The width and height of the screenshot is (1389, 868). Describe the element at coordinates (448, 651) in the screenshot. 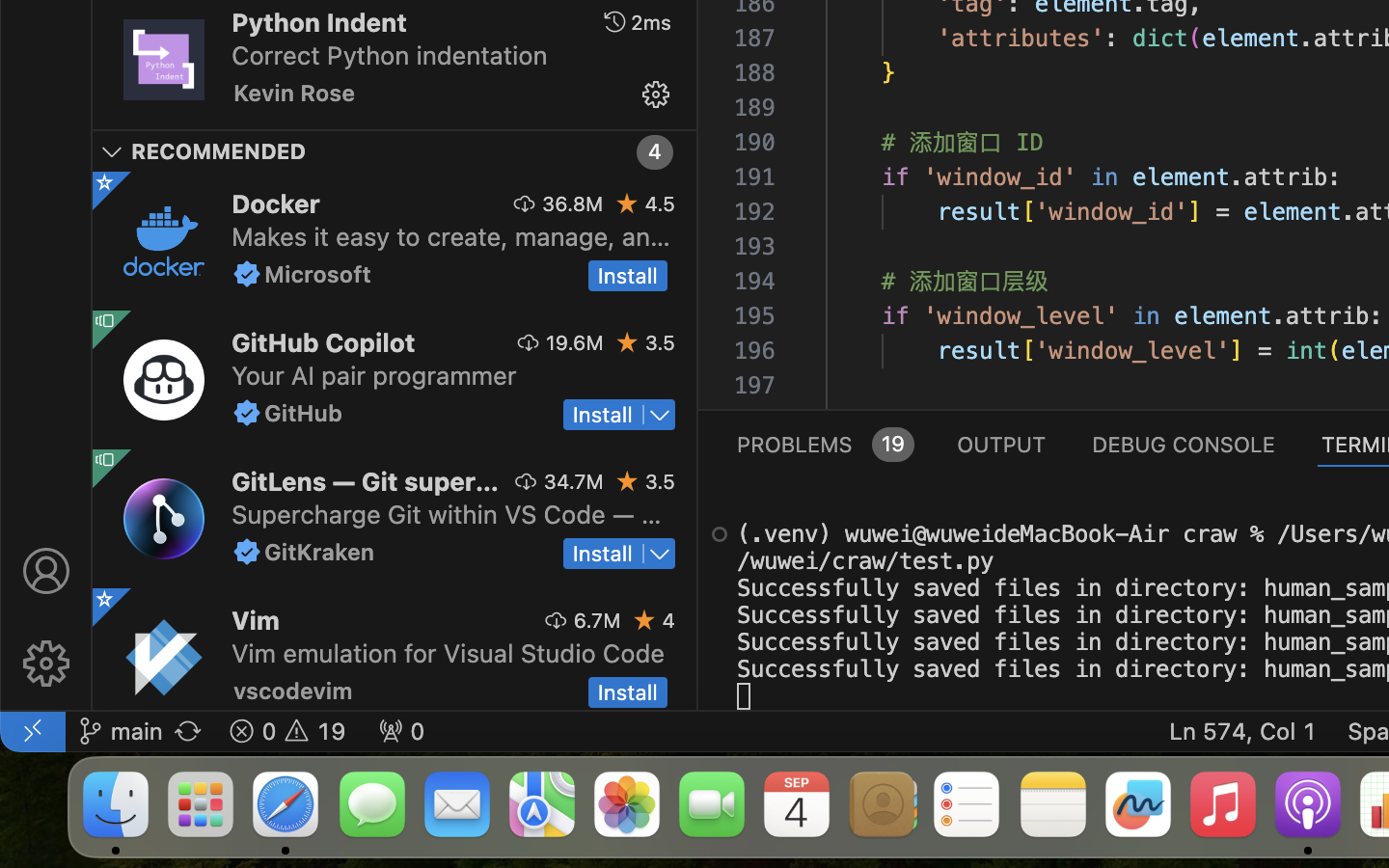

I see `'Vim emulation for Visual Studio Code'` at that location.